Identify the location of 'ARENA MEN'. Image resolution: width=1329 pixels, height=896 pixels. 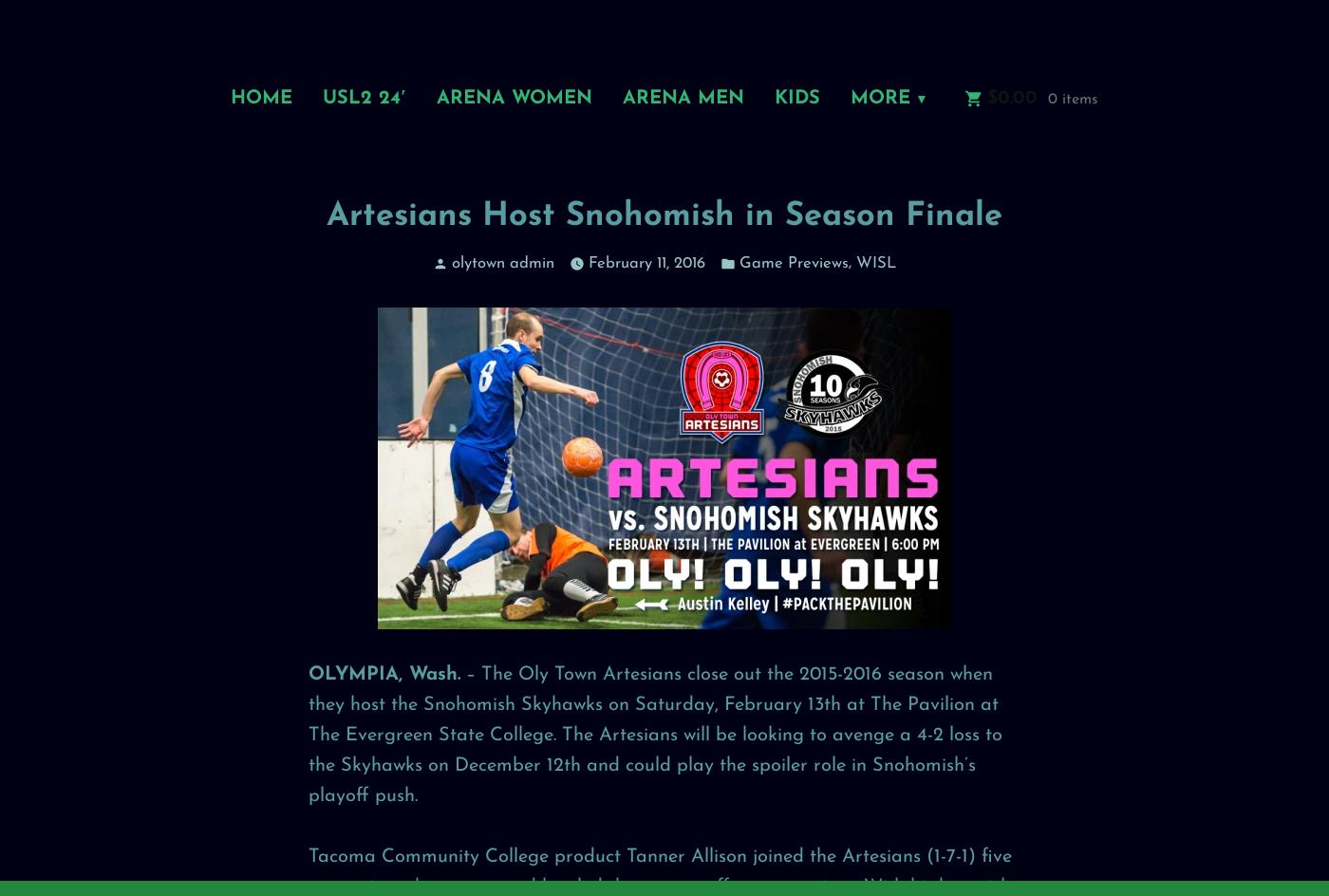
(683, 96).